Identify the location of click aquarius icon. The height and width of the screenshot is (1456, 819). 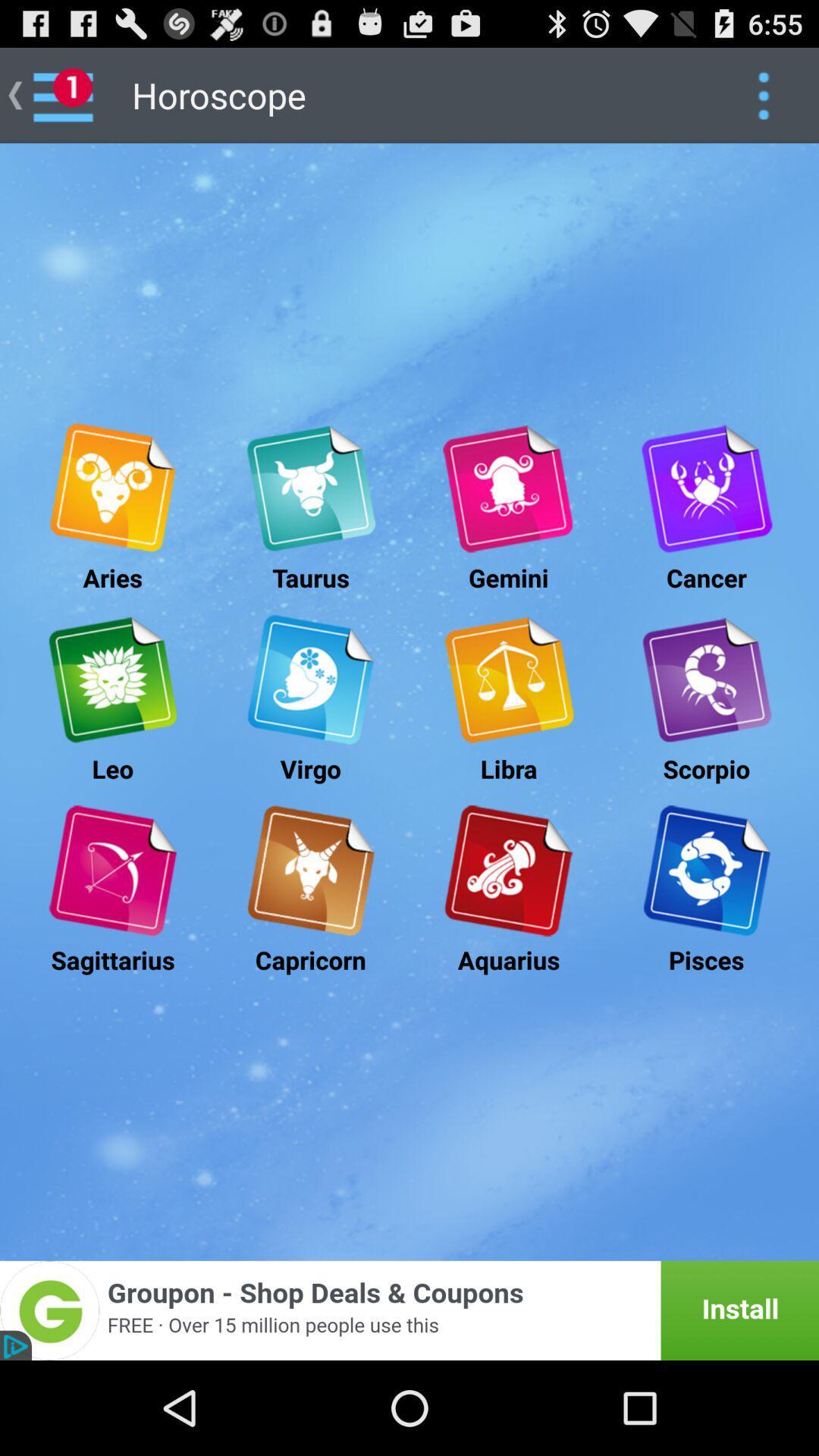
(508, 871).